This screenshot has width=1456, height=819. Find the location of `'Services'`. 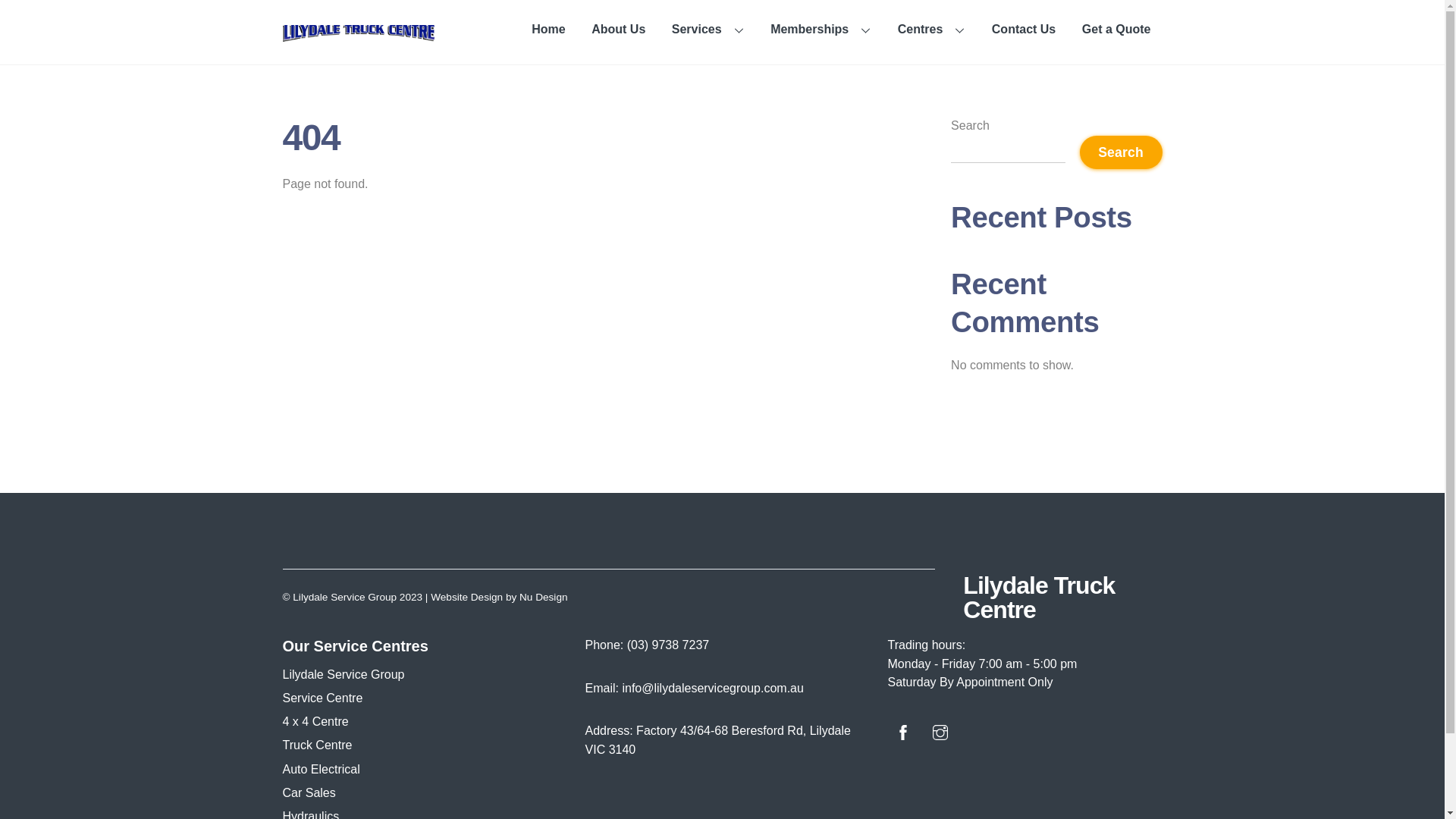

'Services' is located at coordinates (708, 29).